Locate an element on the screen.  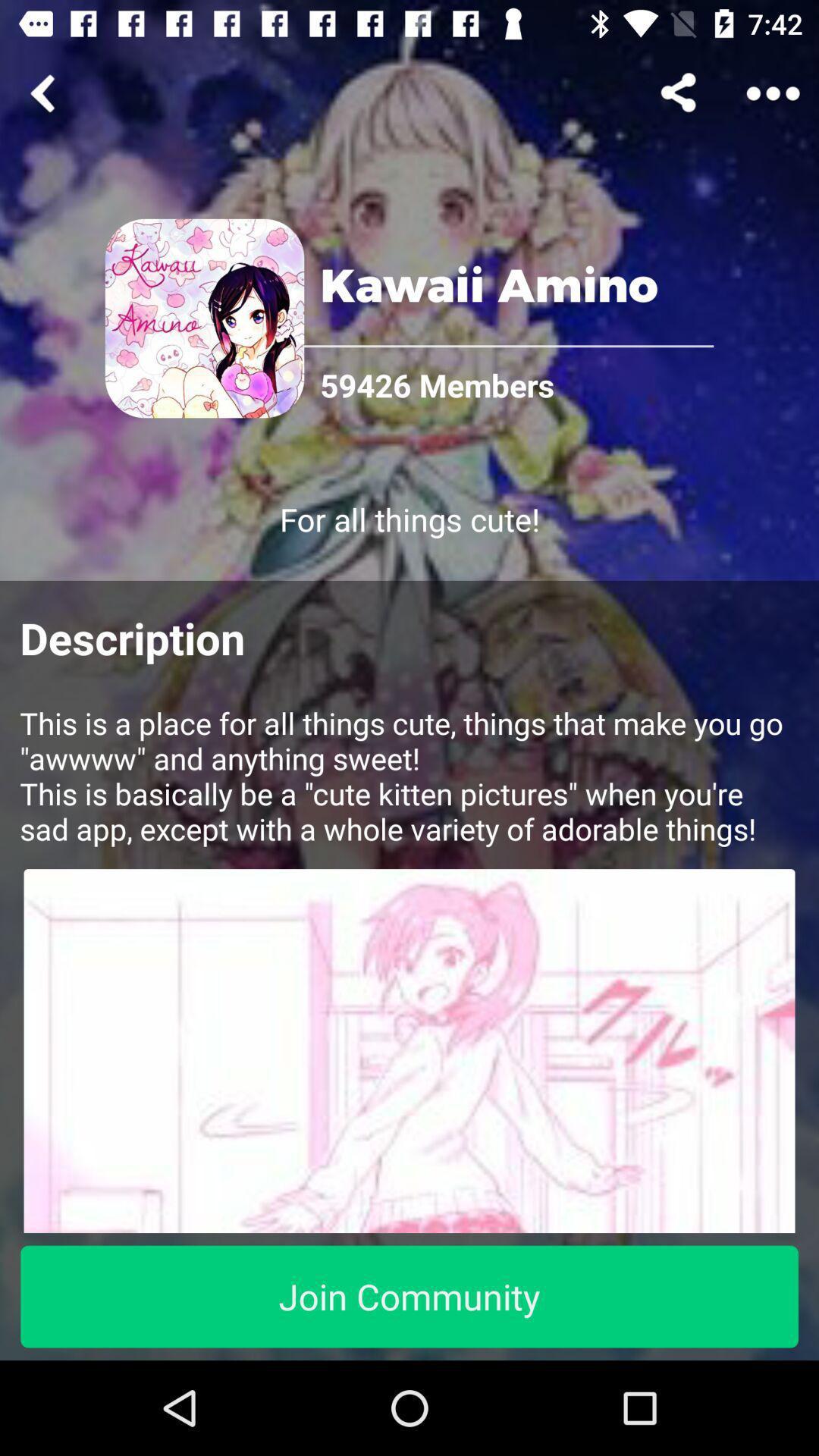
the share icon is located at coordinates (680, 93).